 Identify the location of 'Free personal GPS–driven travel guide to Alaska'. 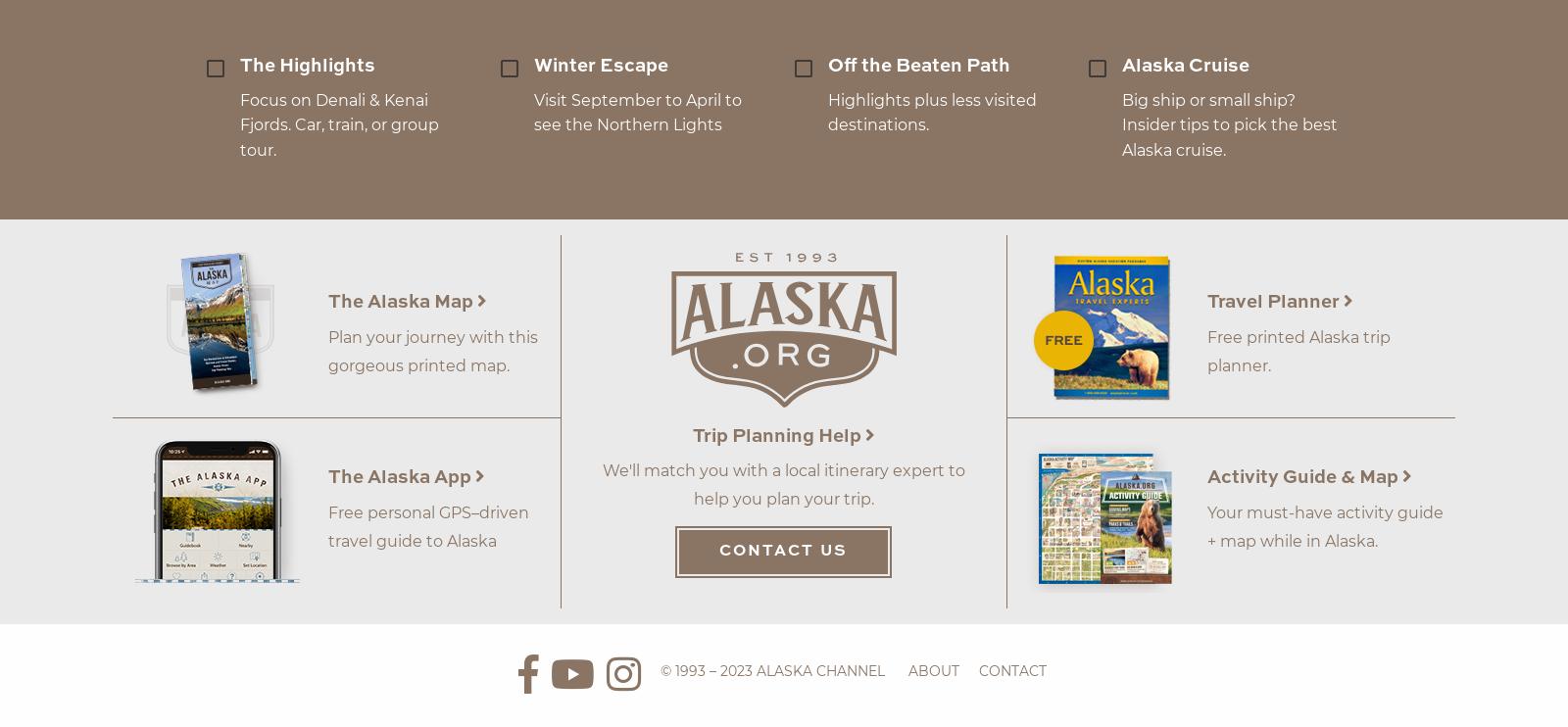
(328, 525).